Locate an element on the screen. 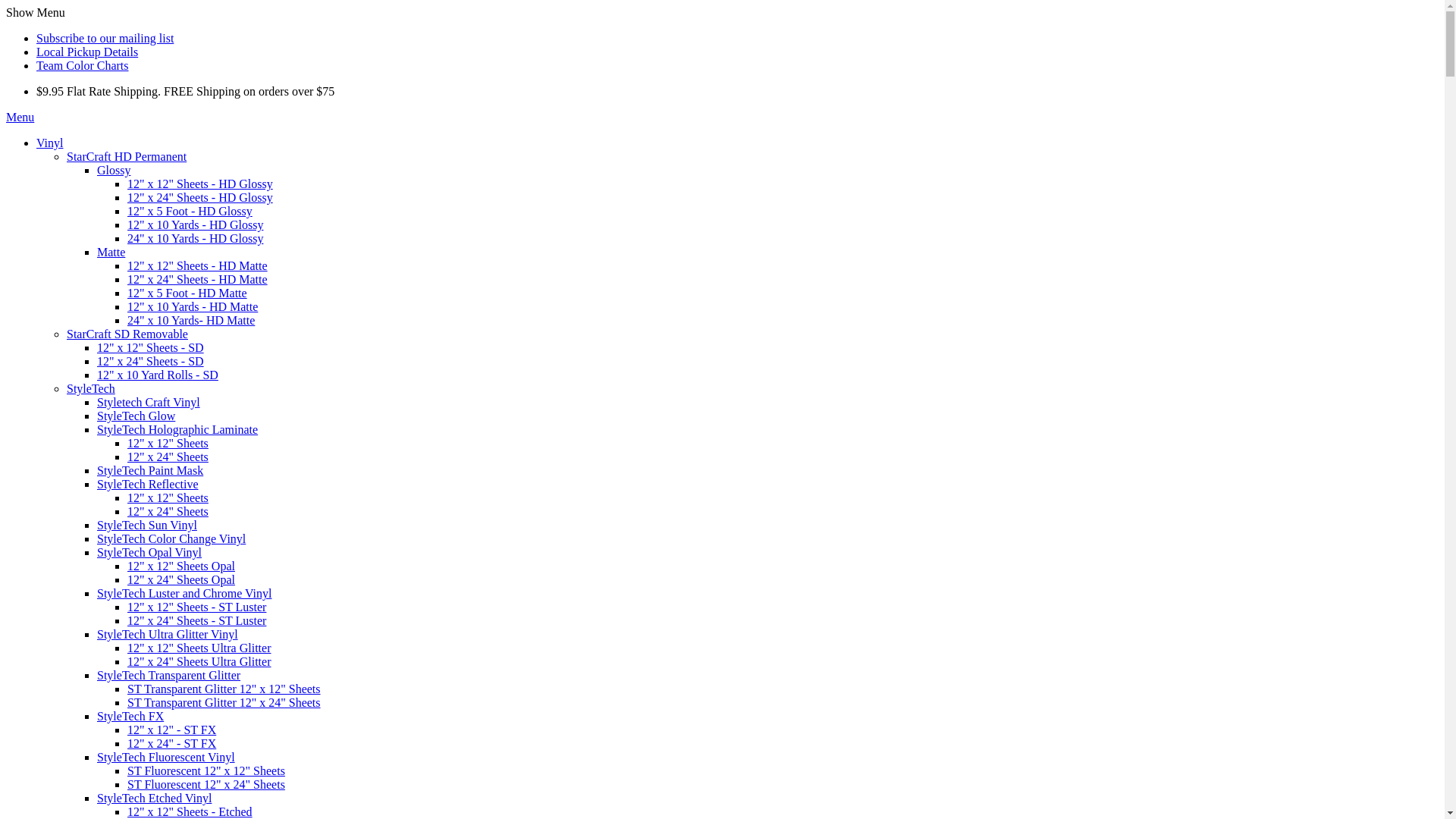  'StyleTech' is located at coordinates (65, 388).